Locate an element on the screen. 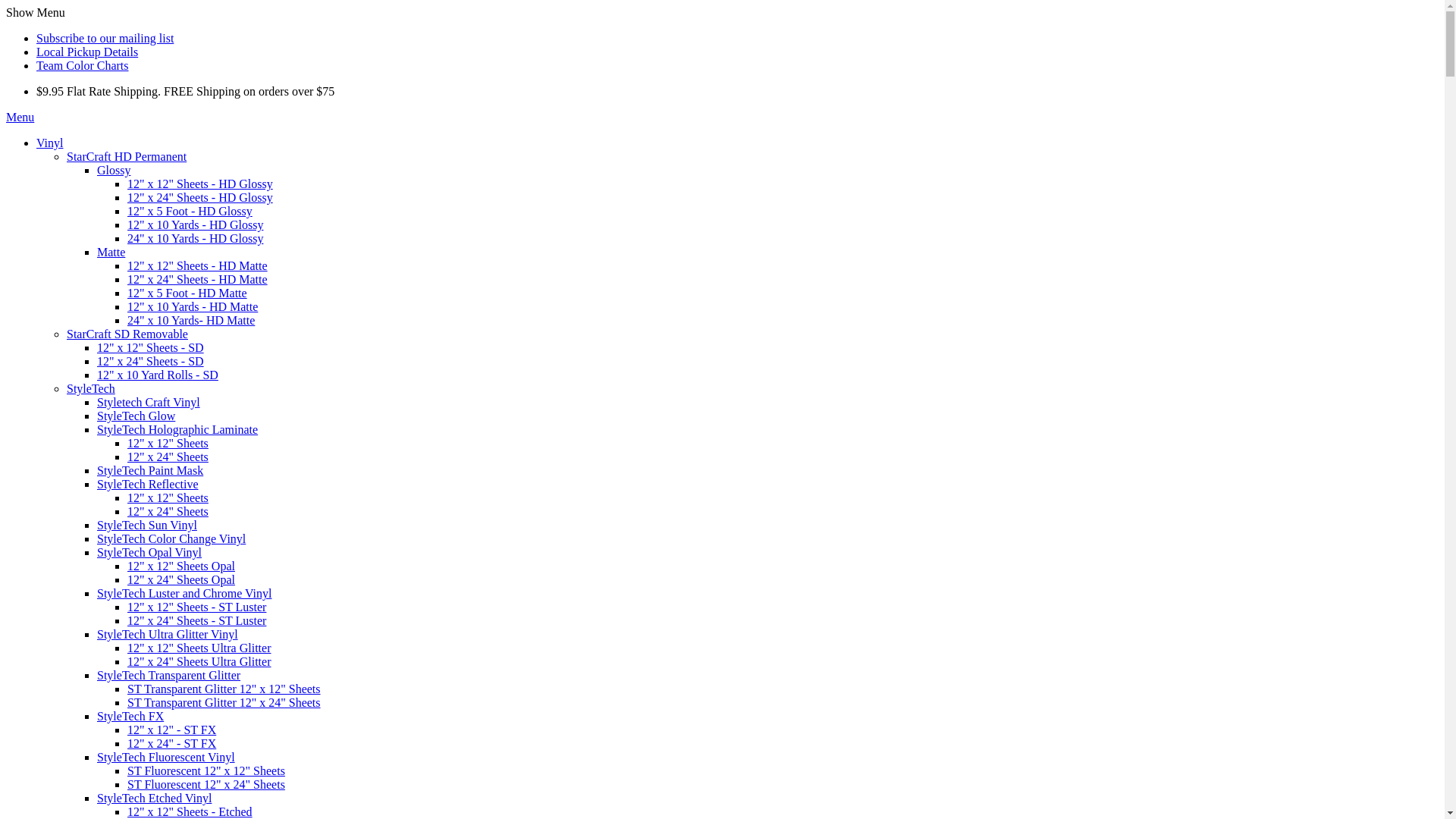  'StyleTech' is located at coordinates (65, 388).